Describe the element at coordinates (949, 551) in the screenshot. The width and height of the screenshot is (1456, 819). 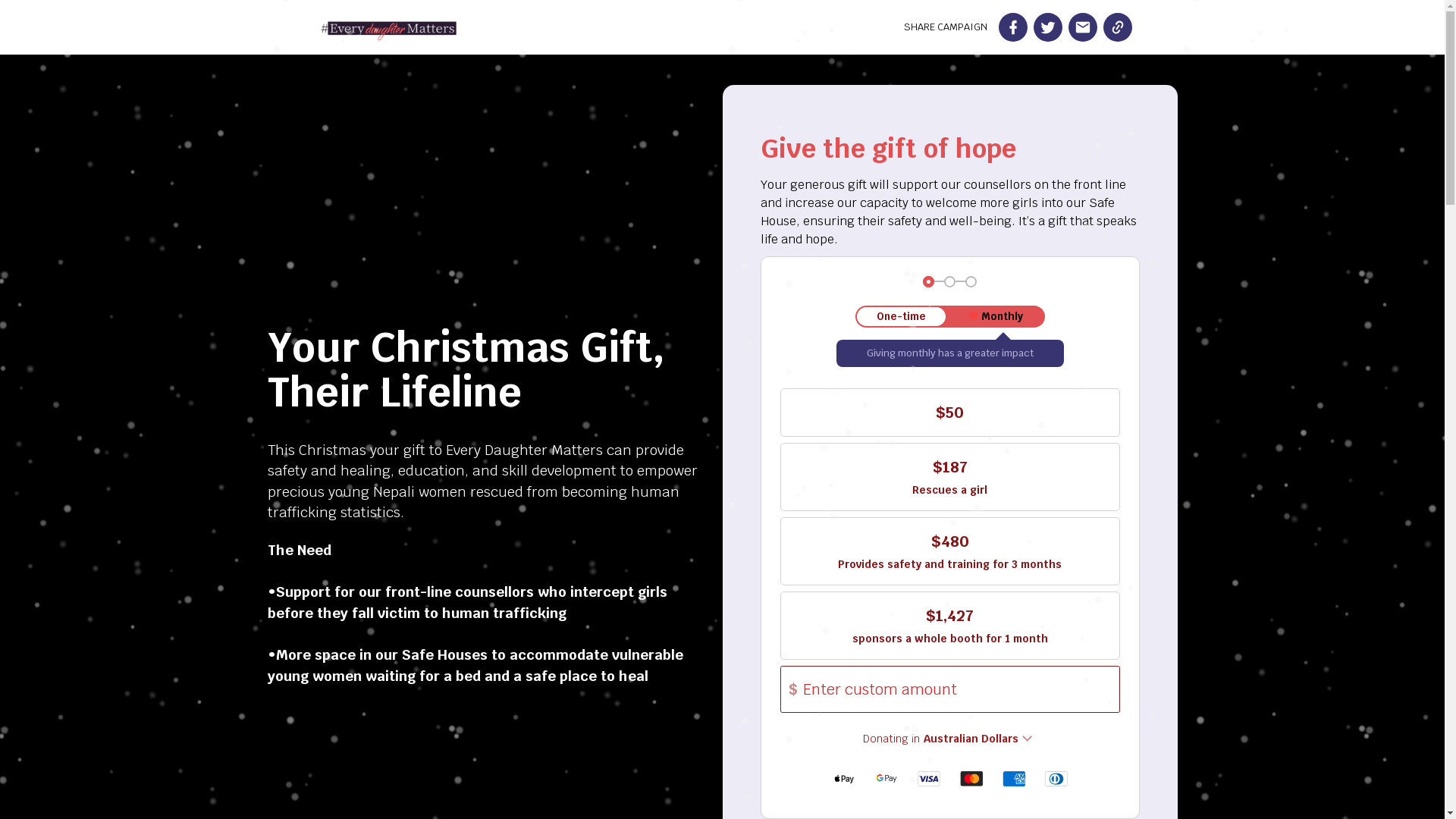
I see `'$480` at that location.